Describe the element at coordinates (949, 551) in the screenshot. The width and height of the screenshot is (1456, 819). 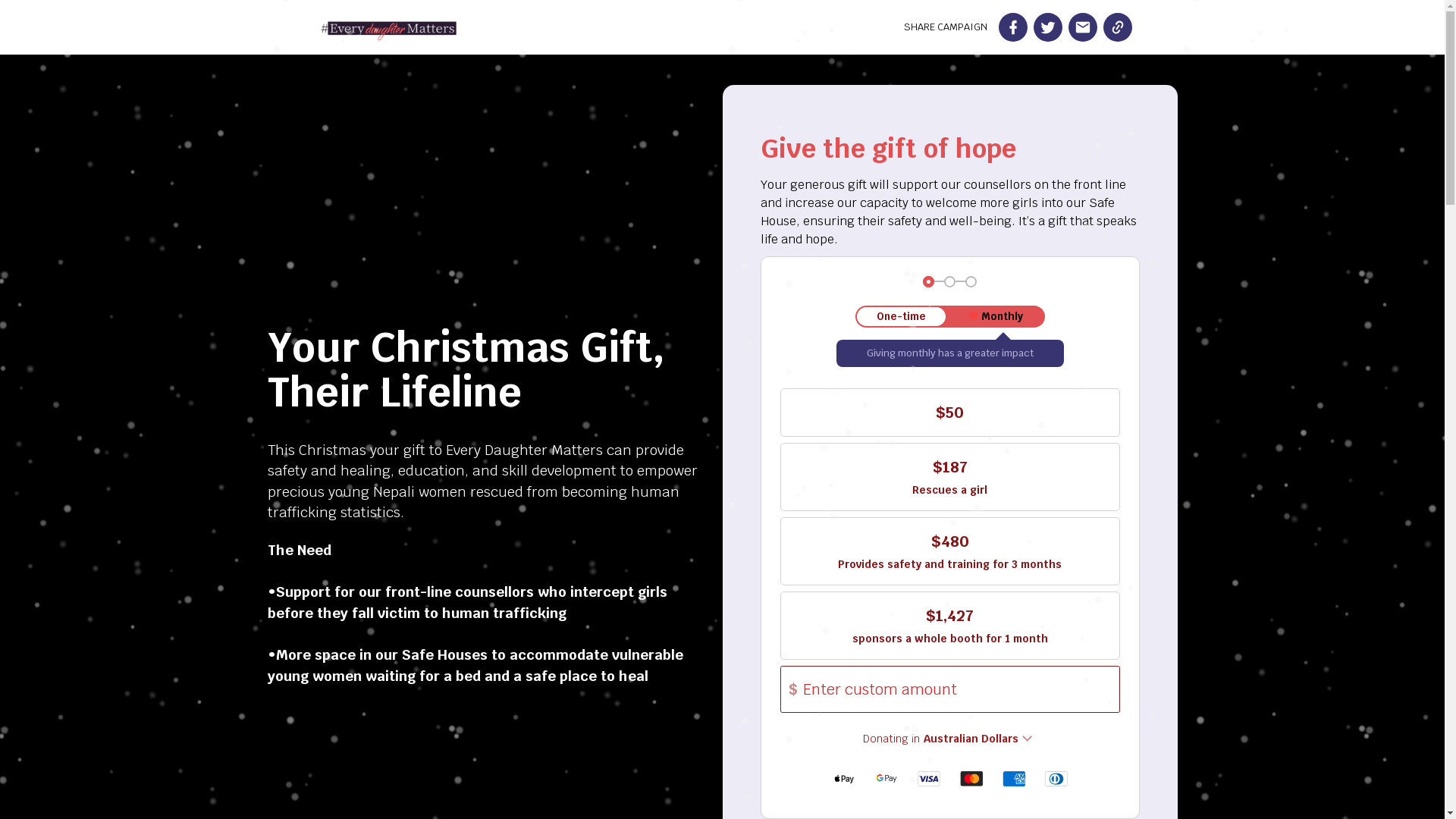
I see `'$480` at that location.